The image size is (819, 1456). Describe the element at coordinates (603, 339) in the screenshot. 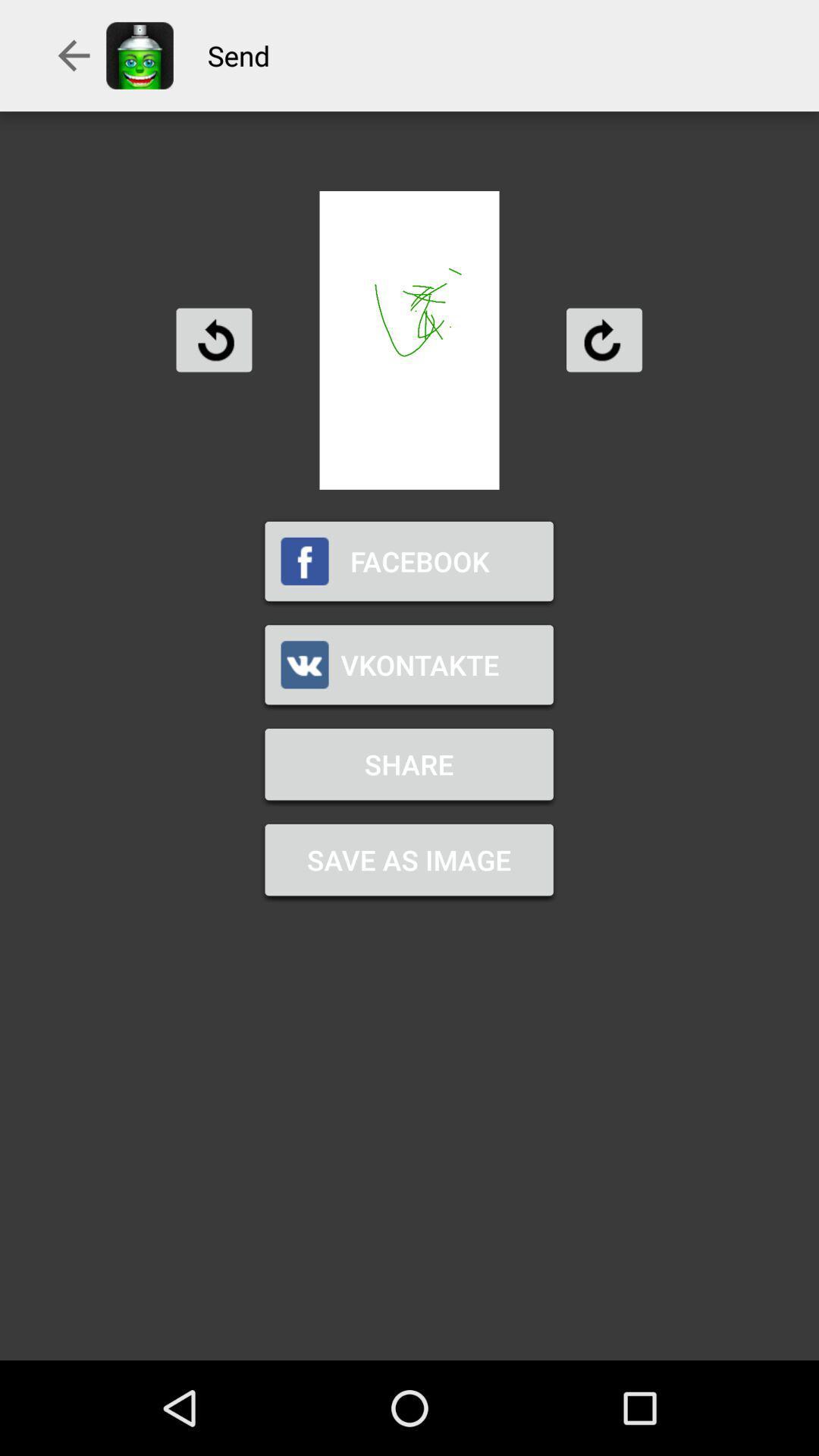

I see `rotate right` at that location.